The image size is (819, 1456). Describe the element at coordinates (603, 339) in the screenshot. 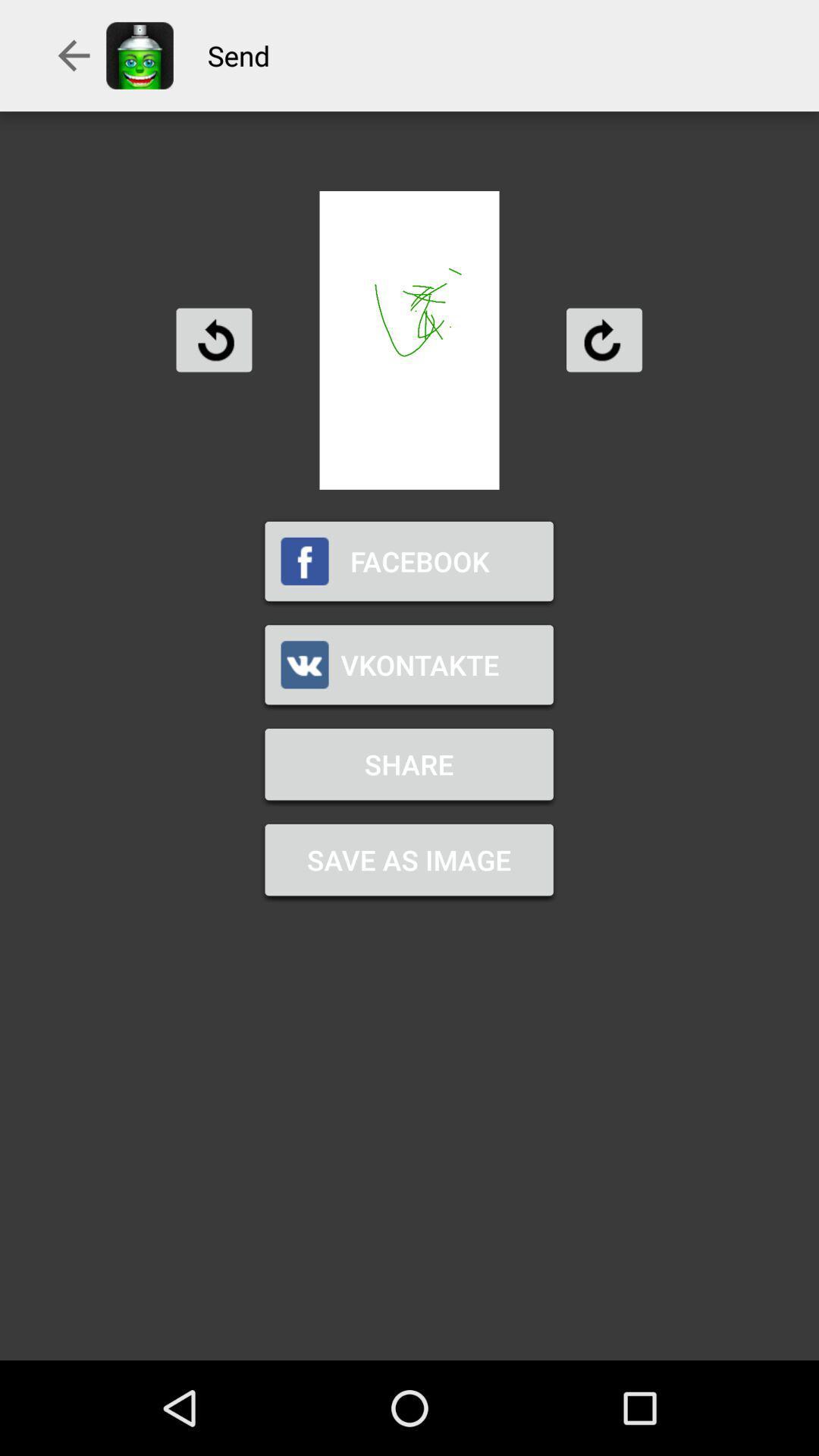

I see `rotate right` at that location.